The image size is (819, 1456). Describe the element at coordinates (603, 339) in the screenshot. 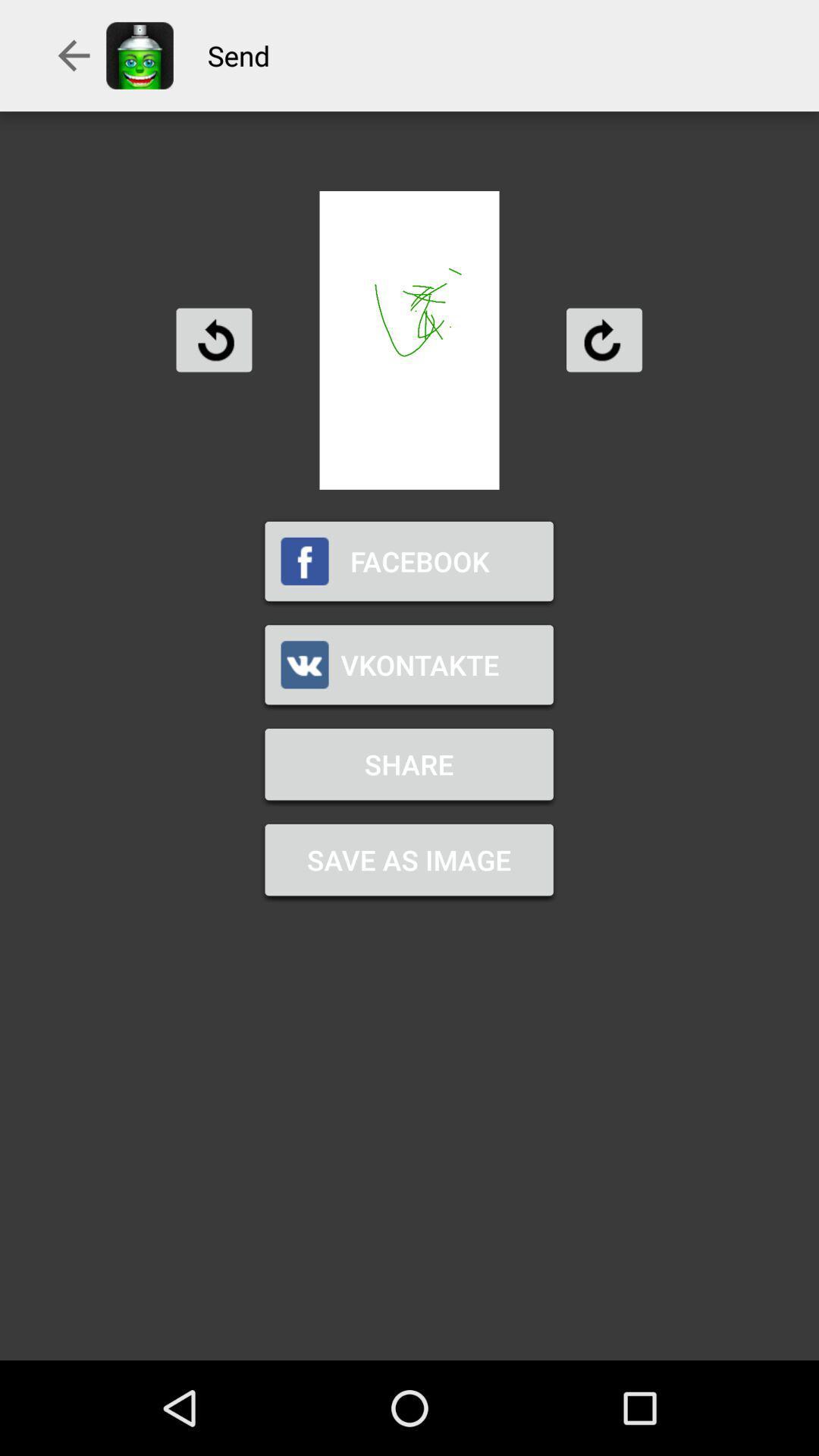

I see `rotate right` at that location.